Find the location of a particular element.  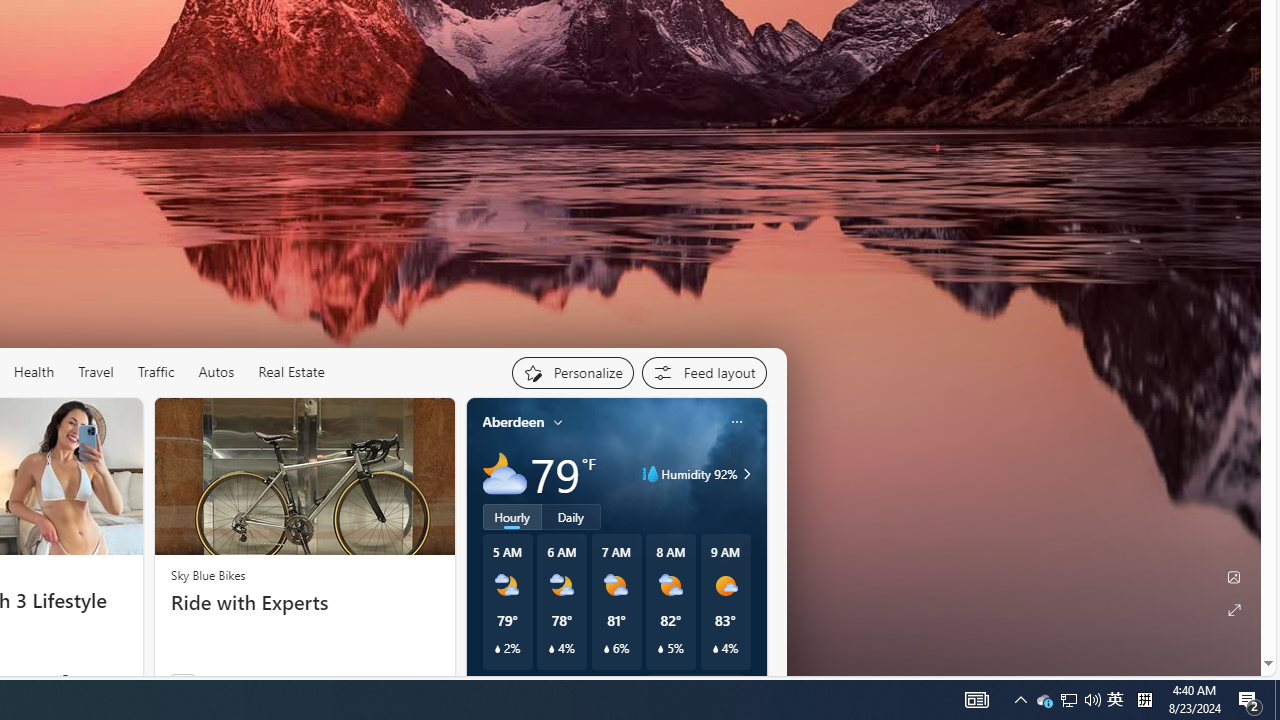

'Humidity 92%' is located at coordinates (743, 474).